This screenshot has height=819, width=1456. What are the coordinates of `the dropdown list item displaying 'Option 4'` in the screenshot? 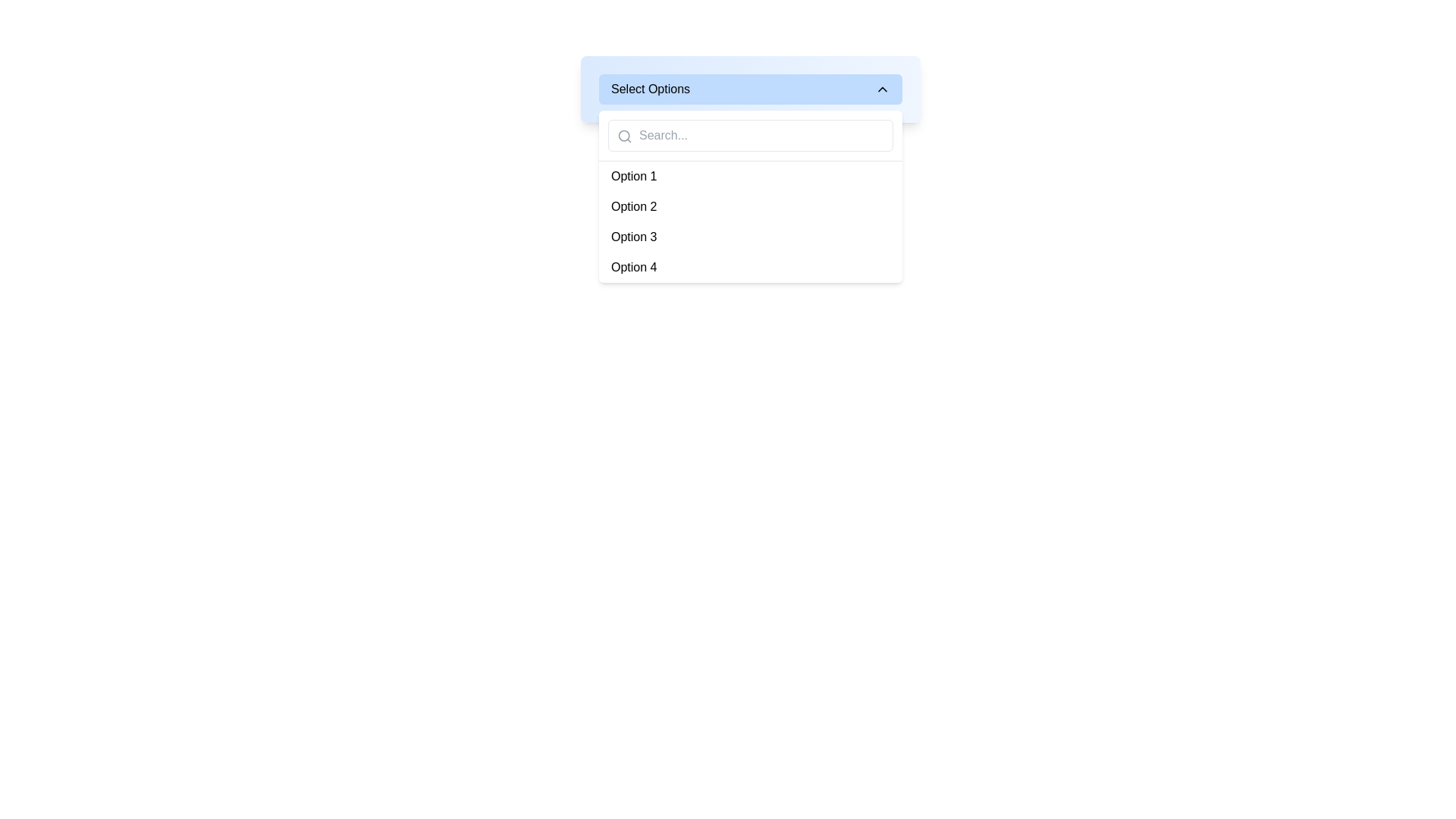 It's located at (634, 267).